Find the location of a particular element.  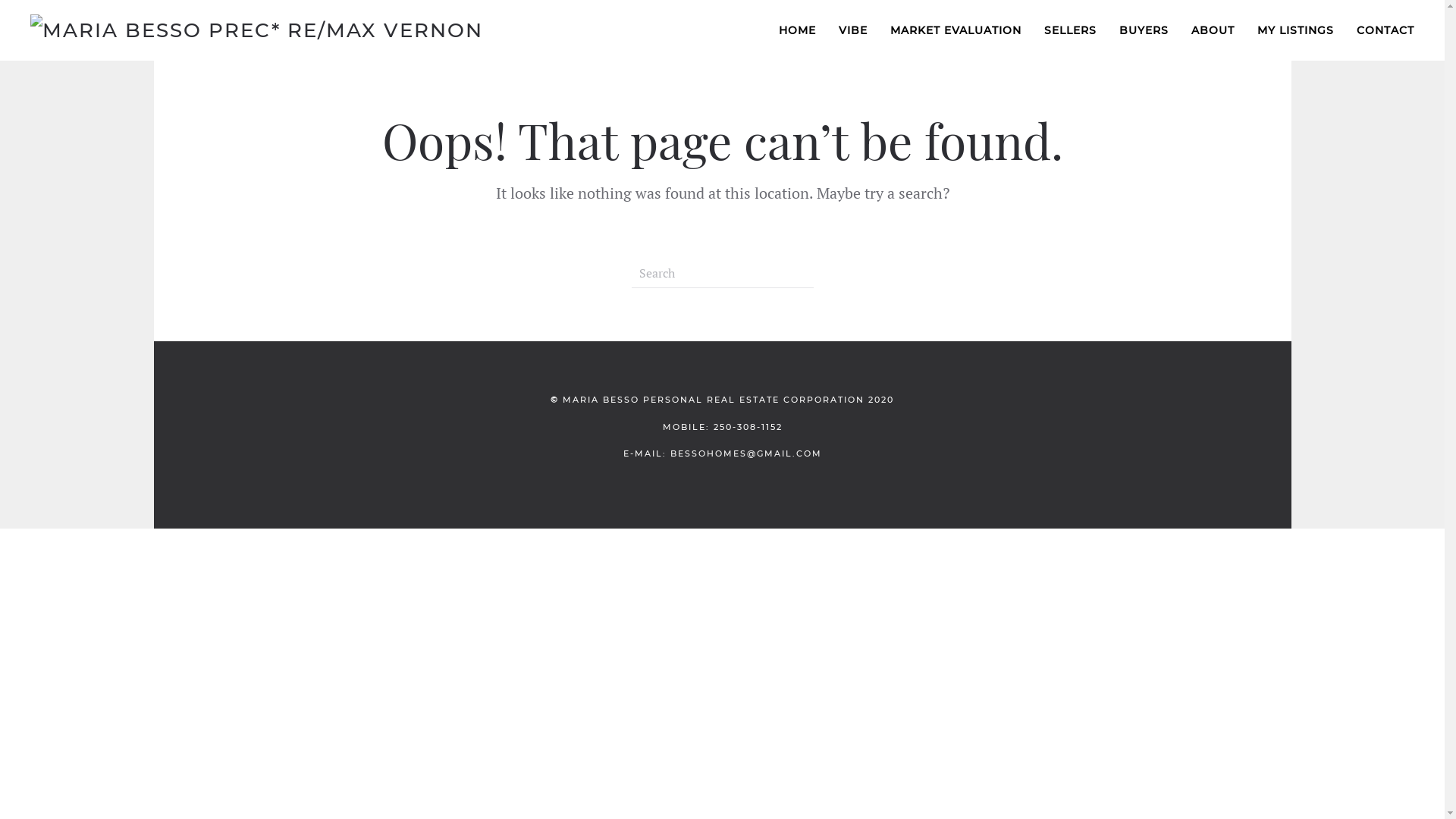

'MY LISTINGS' is located at coordinates (1294, 30).